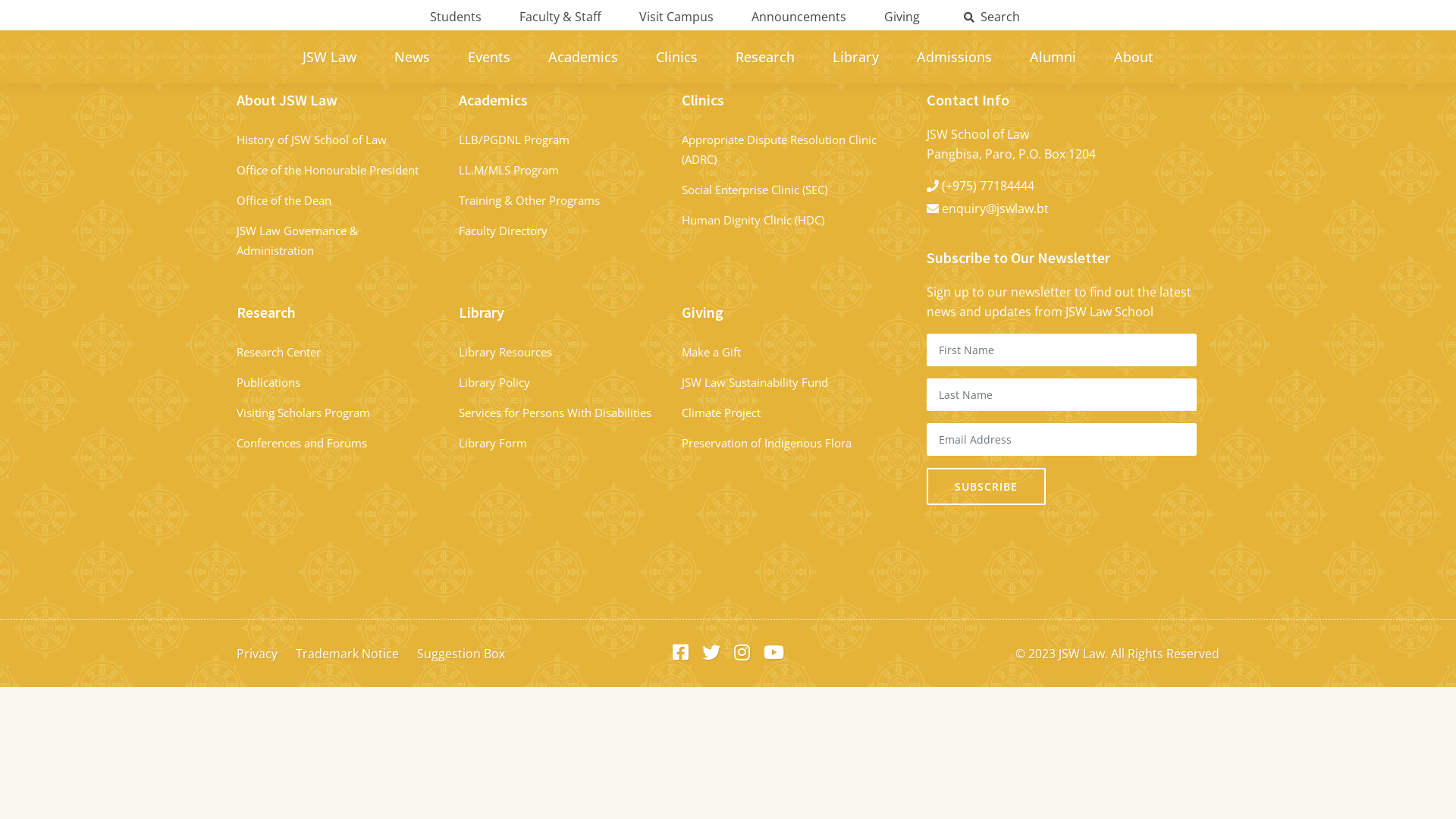  What do you see at coordinates (554, 412) in the screenshot?
I see `'Services for Persons With Disabilities'` at bounding box center [554, 412].